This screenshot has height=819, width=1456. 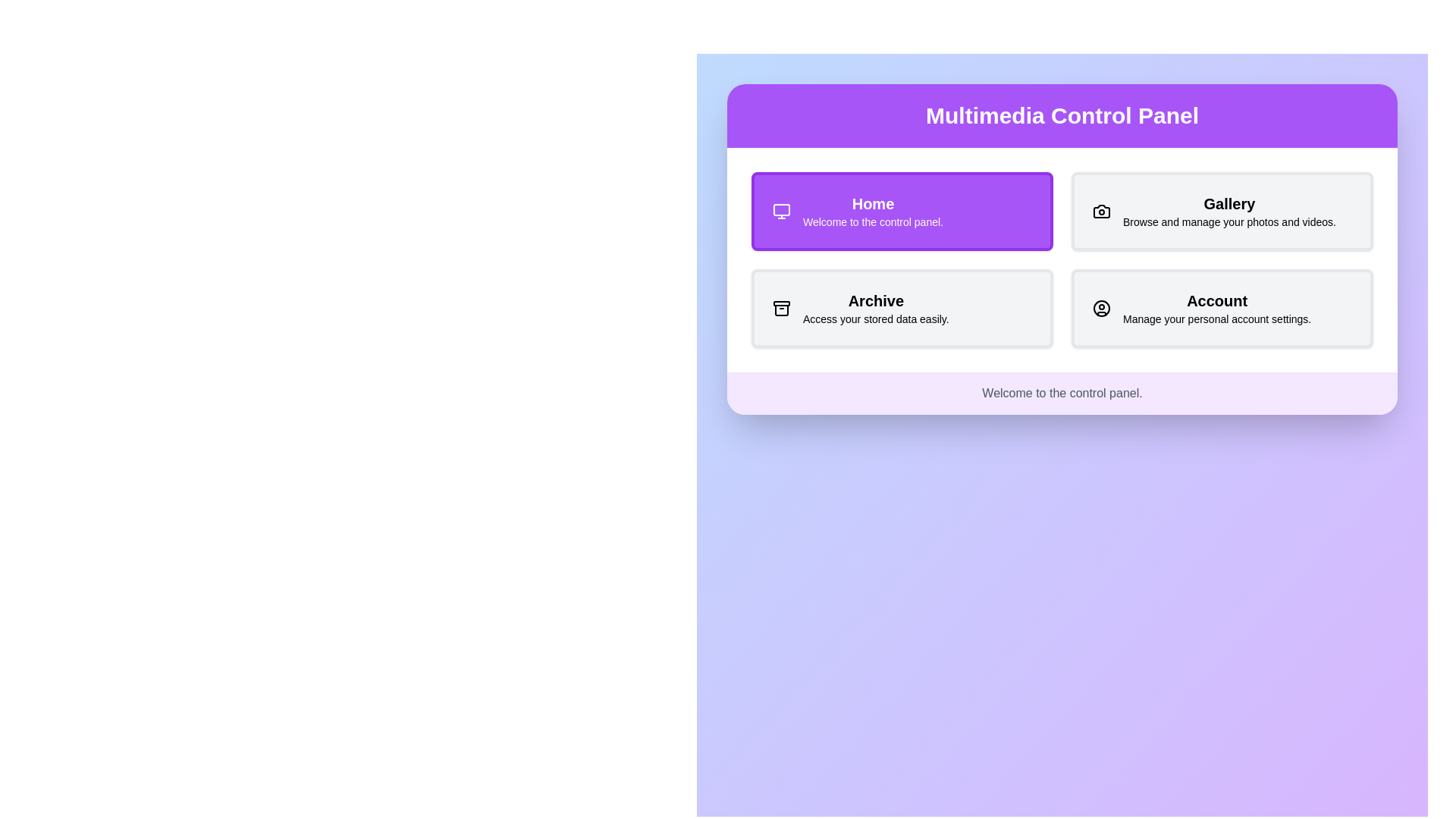 I want to click on the Gallery section by clicking its button, so click(x=1222, y=211).